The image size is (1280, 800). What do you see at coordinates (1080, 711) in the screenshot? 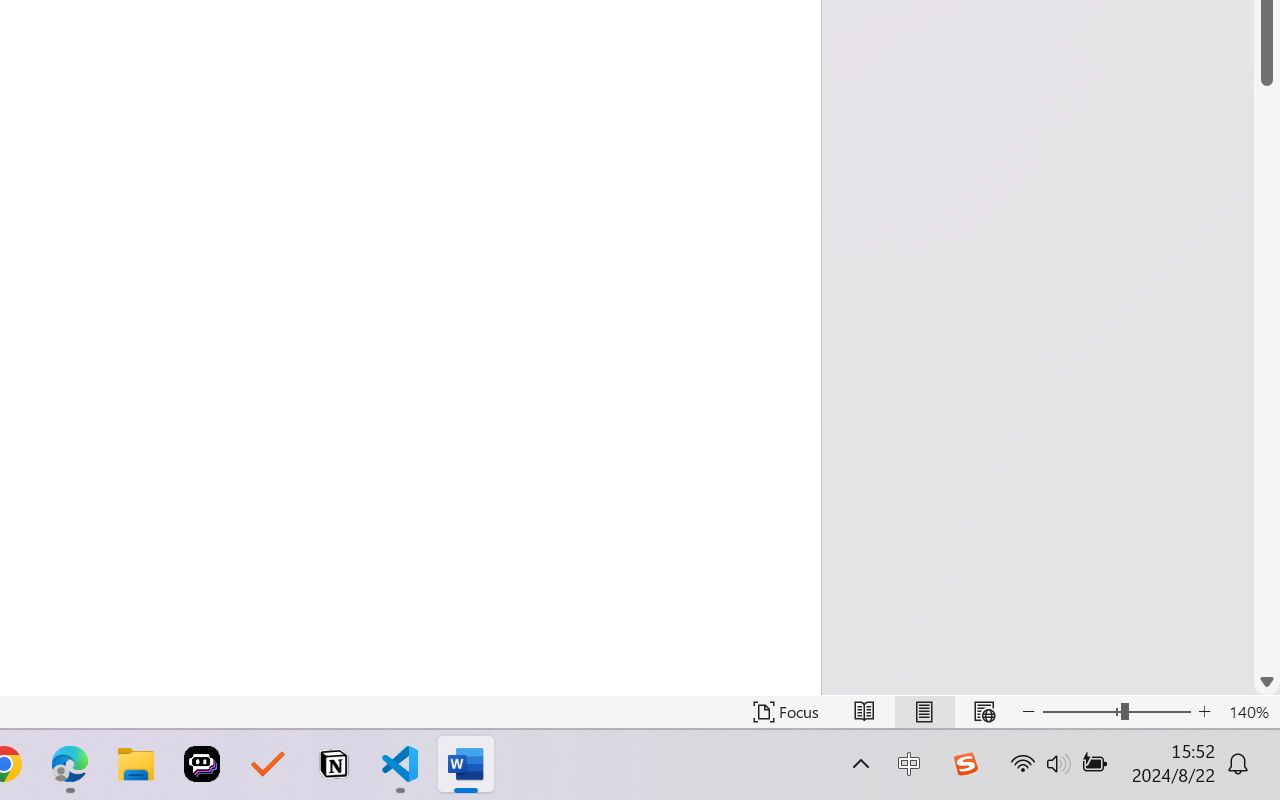
I see `'Zoom Out'` at bounding box center [1080, 711].